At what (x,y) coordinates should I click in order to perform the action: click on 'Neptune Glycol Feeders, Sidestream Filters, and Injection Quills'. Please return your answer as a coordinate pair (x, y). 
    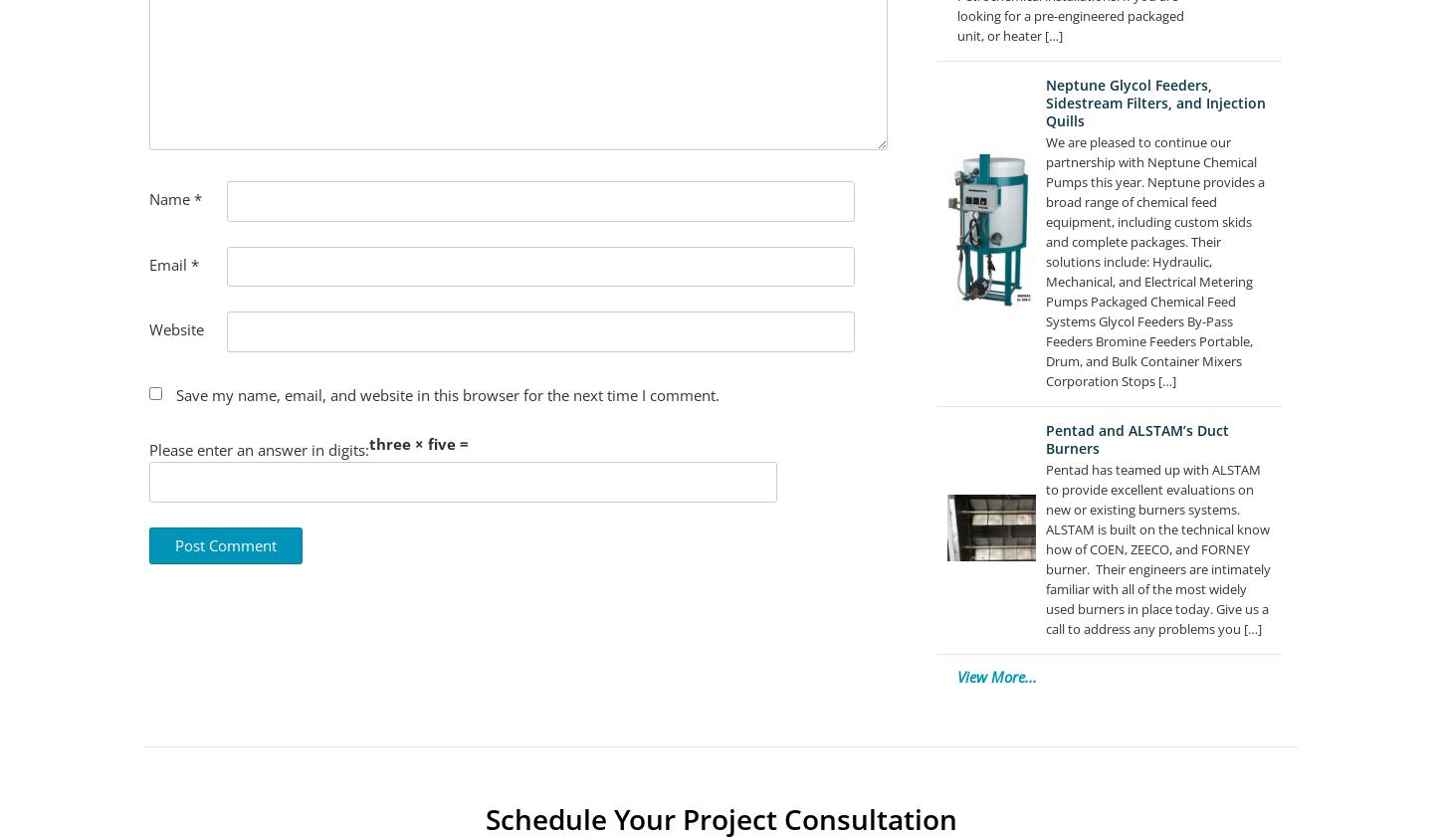
    Looking at the image, I should click on (1153, 102).